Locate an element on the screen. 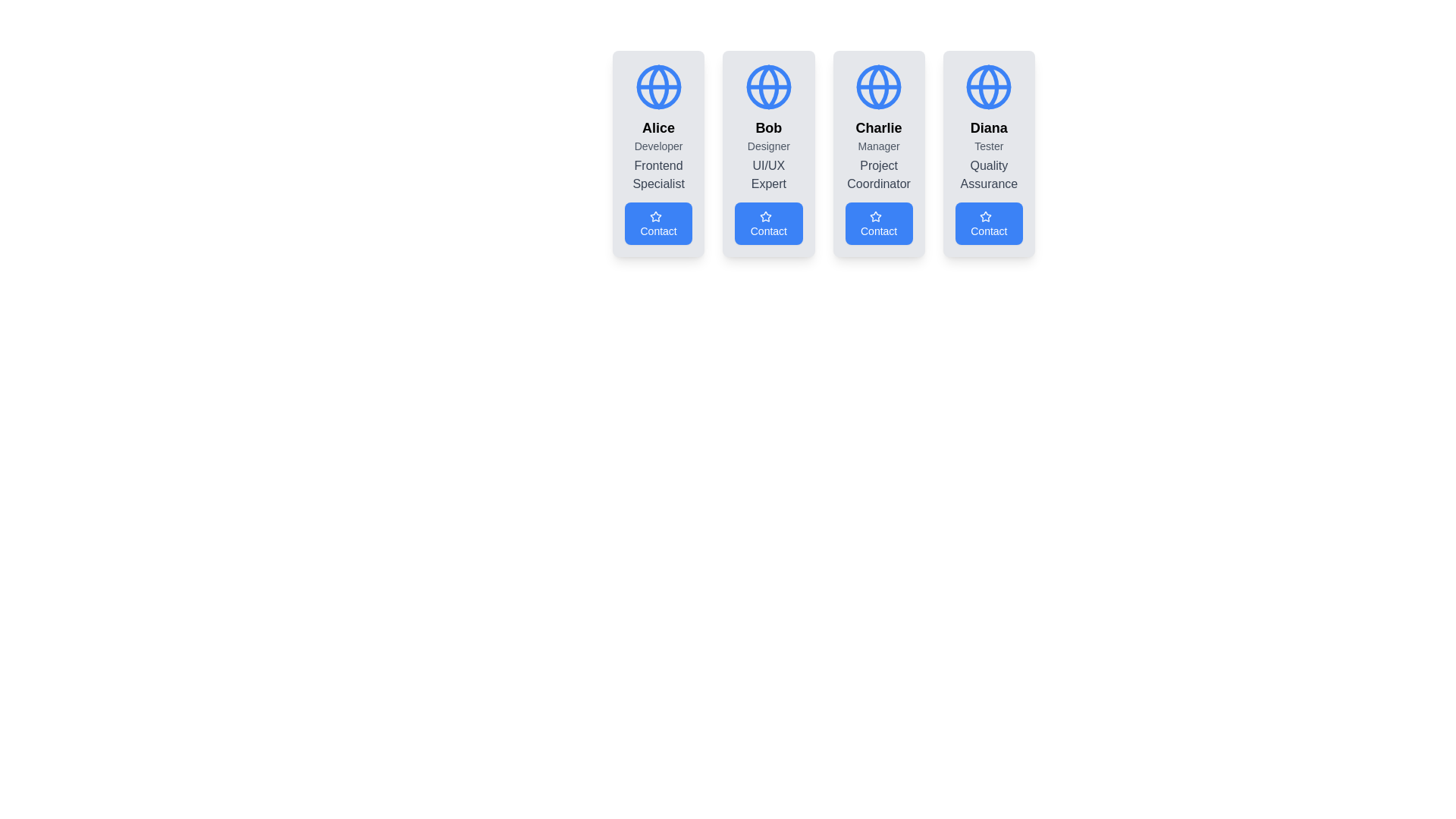 The image size is (1456, 819). the star SVG icon located at the bottom of the 'Contact' button in the second column labeled 'Bob' is located at coordinates (765, 217).